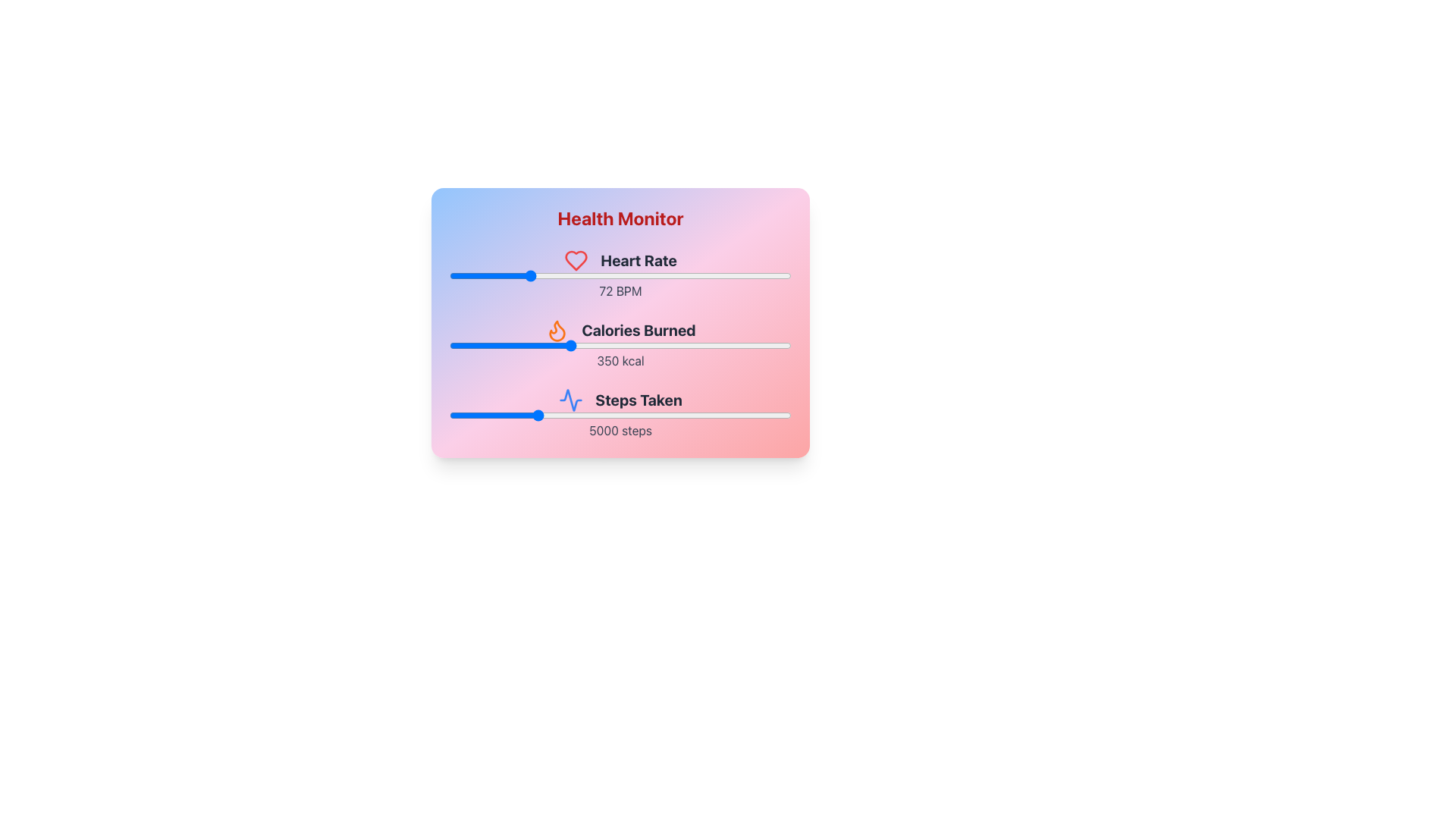 The width and height of the screenshot is (1456, 819). What do you see at coordinates (639, 400) in the screenshot?
I see `the 'Steps Taken' label which identifies the context of the step metrics, positioned above the subtitle indicating '5000 steps'` at bounding box center [639, 400].